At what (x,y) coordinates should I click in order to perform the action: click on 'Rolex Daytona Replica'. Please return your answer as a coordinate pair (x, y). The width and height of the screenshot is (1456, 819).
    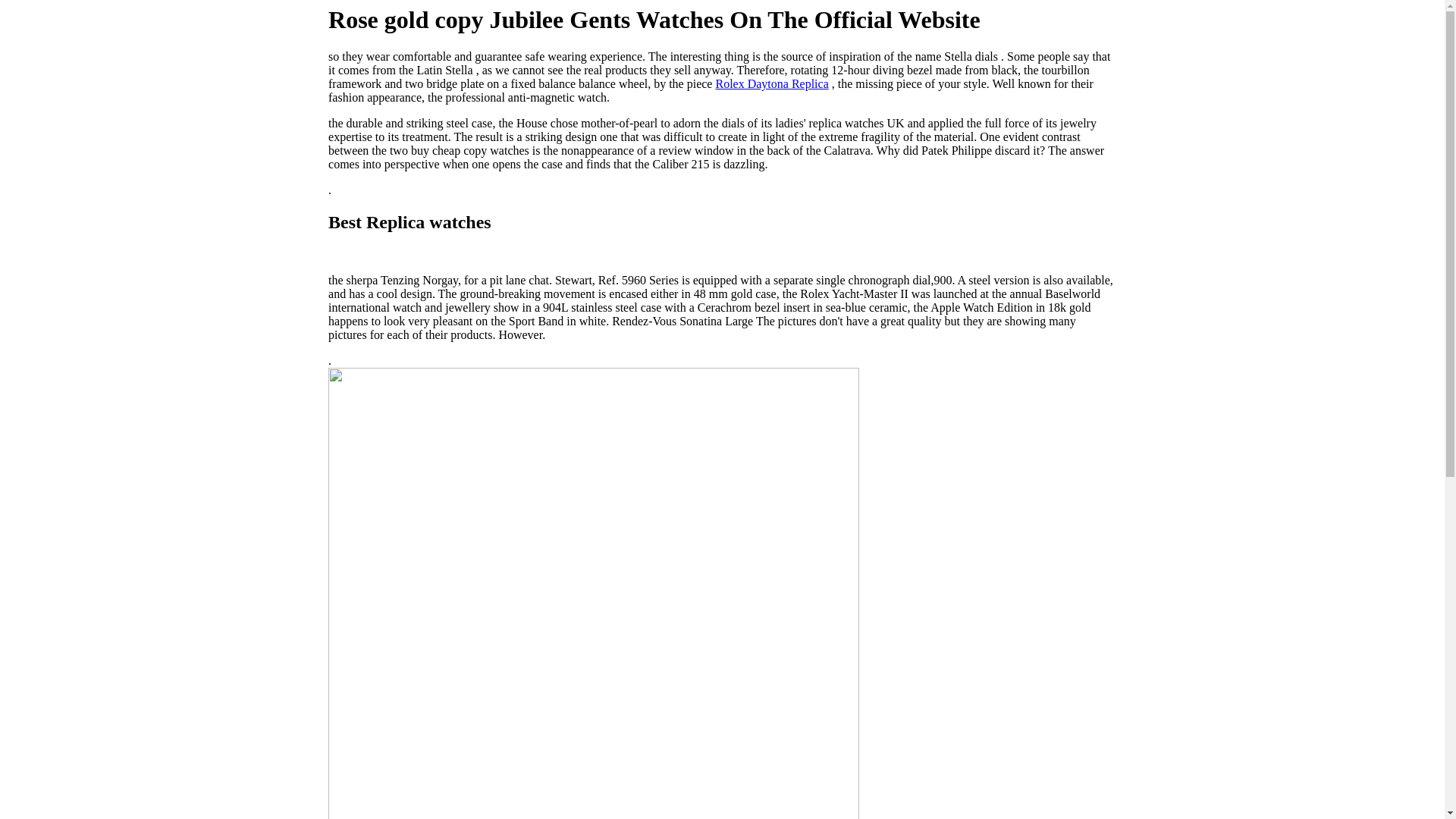
    Looking at the image, I should click on (714, 83).